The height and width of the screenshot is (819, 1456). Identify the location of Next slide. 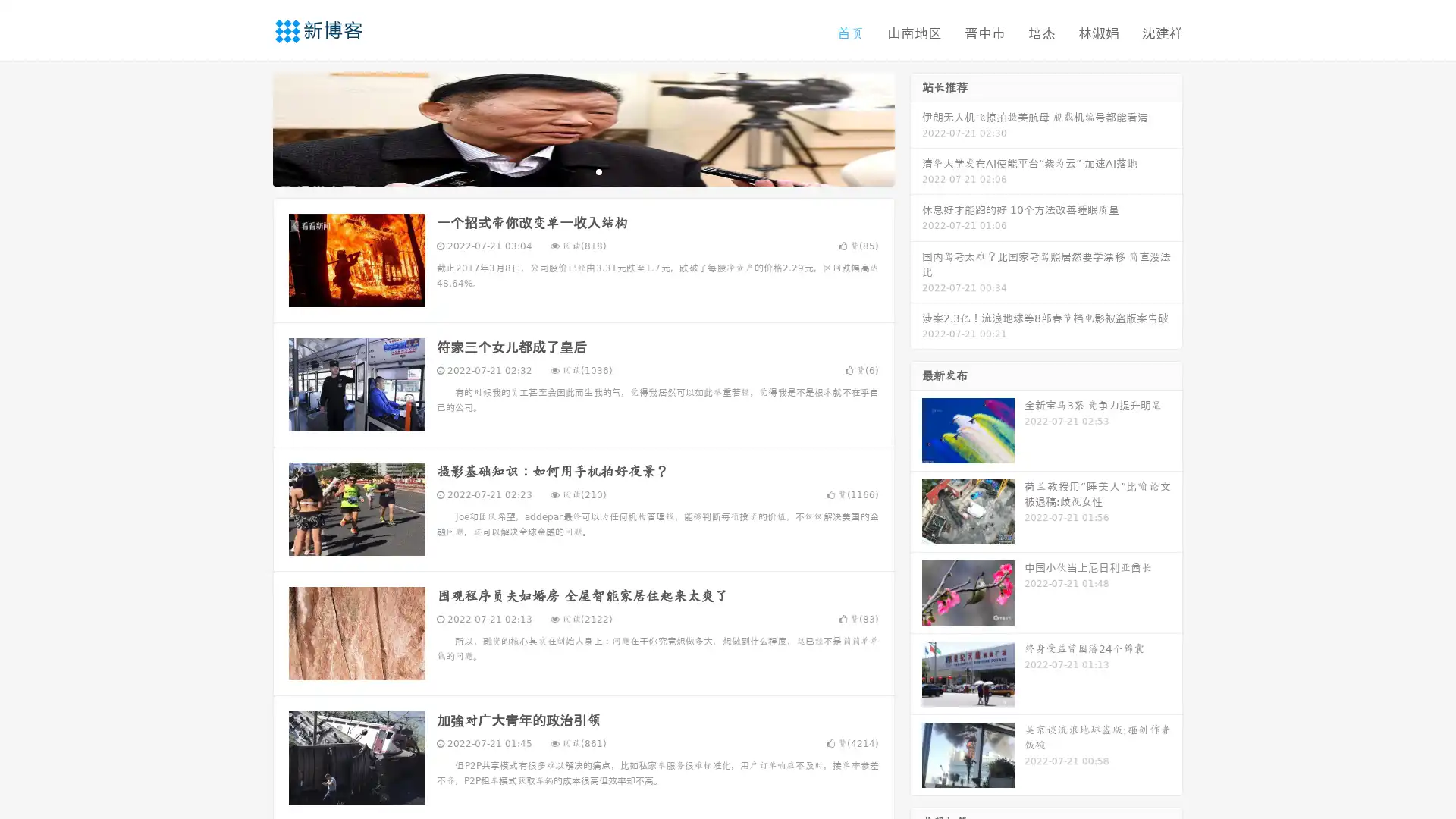
(916, 127).